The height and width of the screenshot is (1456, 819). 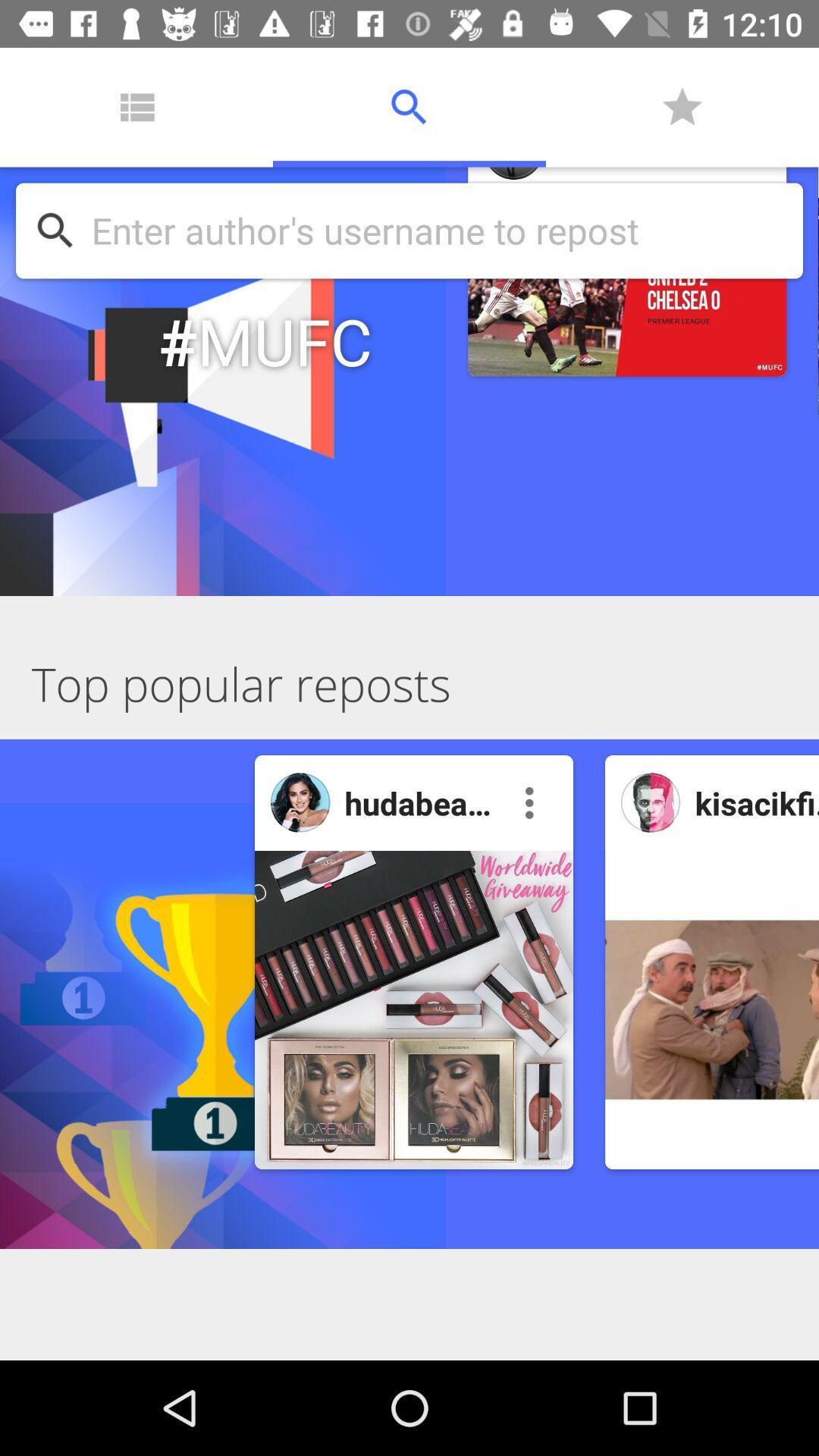 I want to click on profile picture, so click(x=650, y=802).